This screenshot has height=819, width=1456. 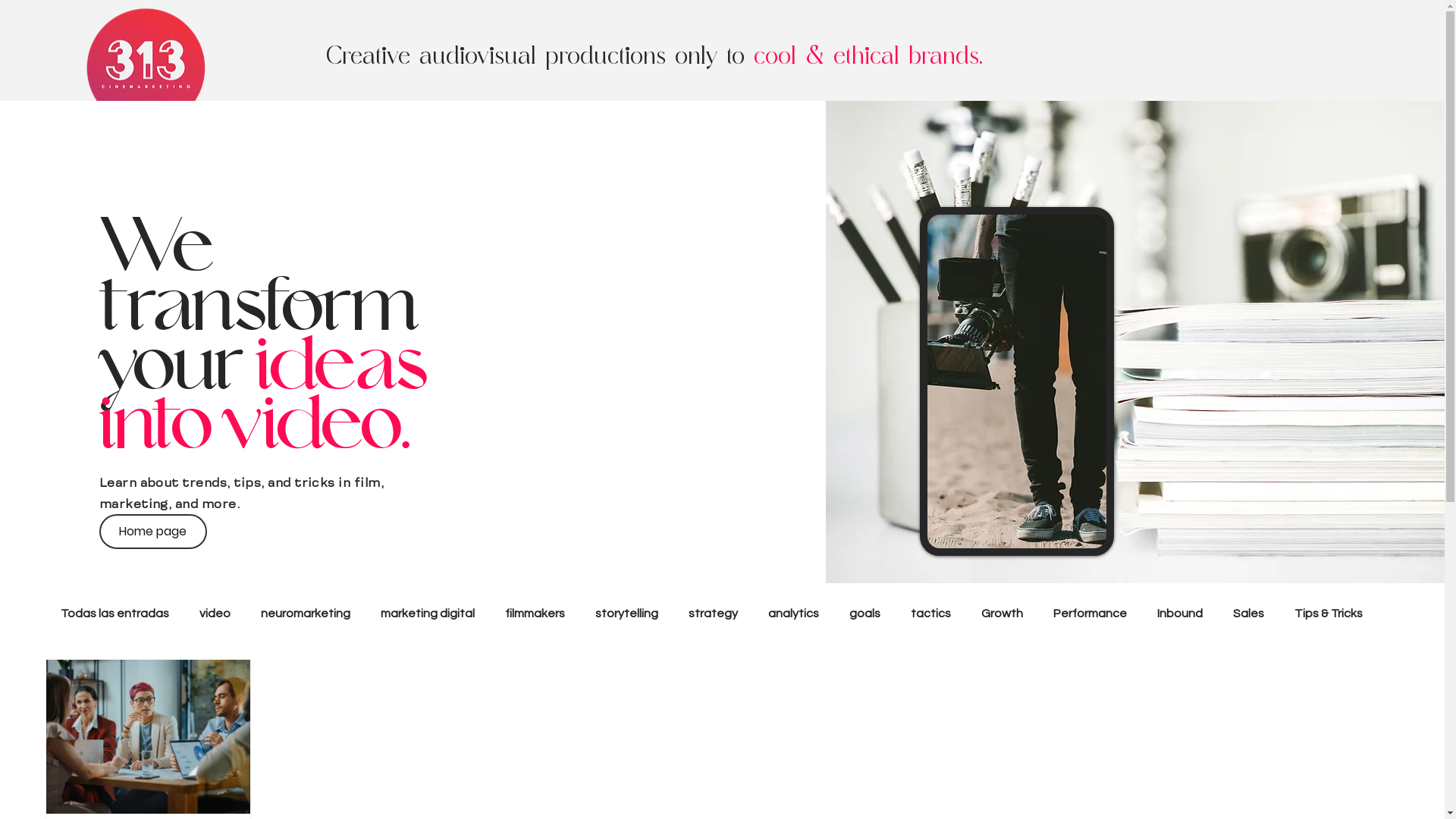 I want to click on 'tactics', so click(x=930, y=613).